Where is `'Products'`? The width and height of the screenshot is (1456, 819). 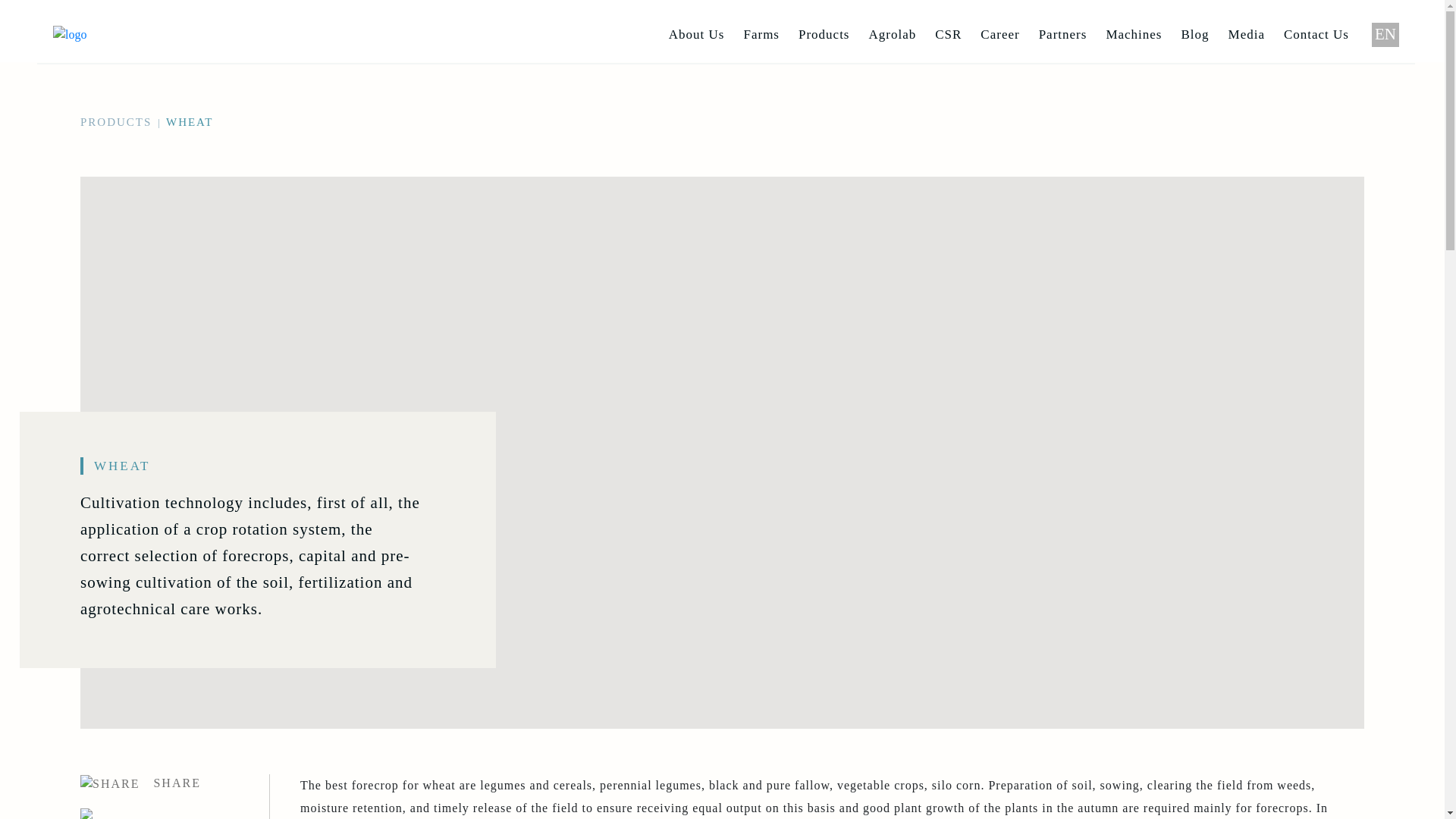 'Products' is located at coordinates (823, 34).